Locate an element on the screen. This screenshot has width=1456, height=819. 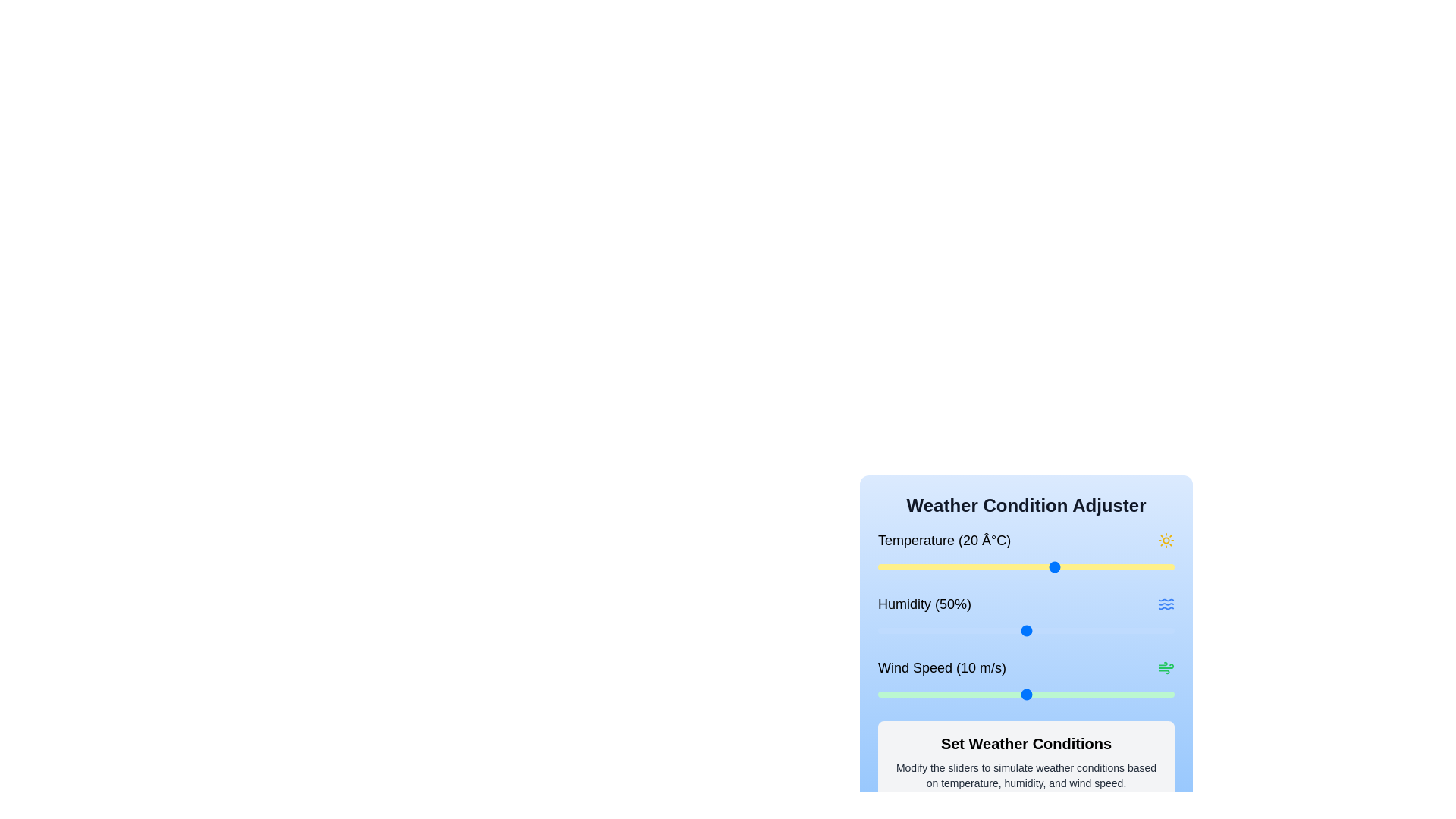
the wind speed slider to set the wind speed to 3 m/s is located at coordinates (921, 694).